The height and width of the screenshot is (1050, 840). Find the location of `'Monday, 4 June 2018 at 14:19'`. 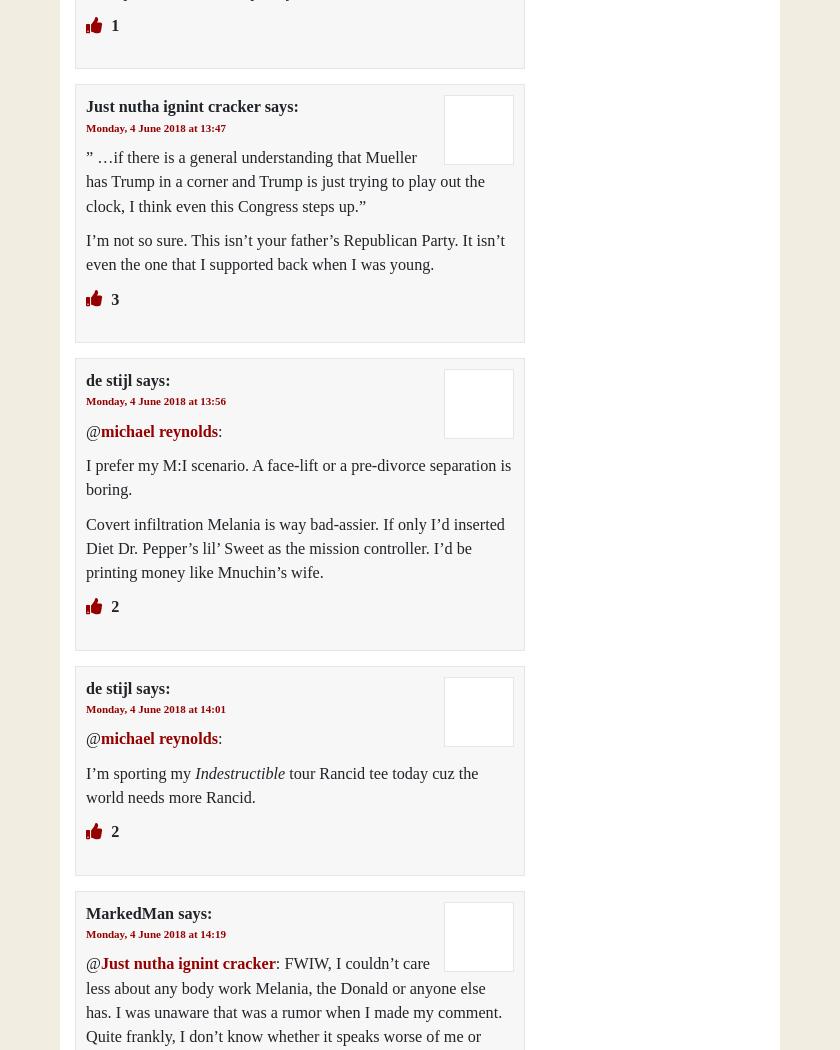

'Monday, 4 June 2018 at 14:19' is located at coordinates (155, 933).